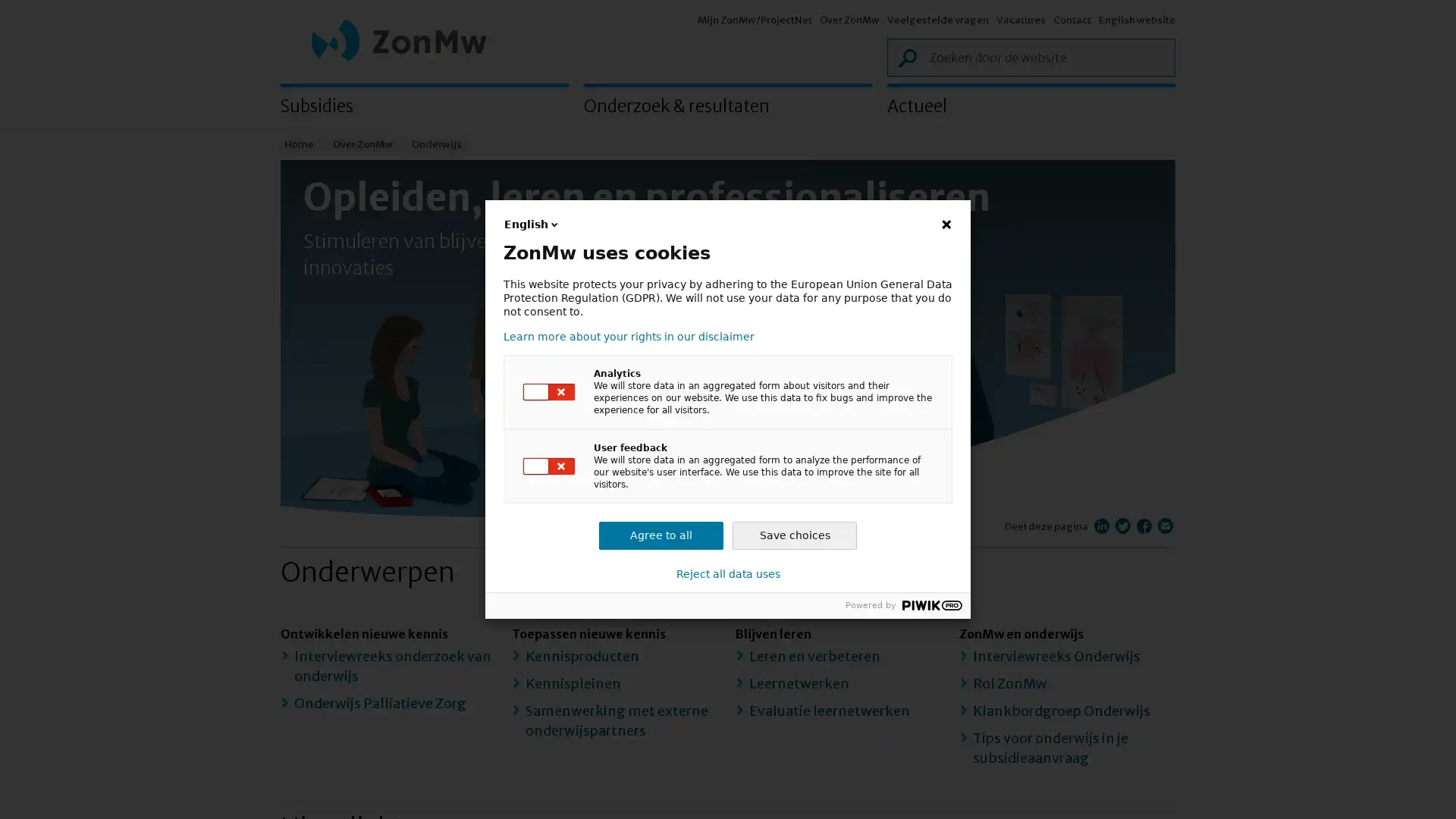 The width and height of the screenshot is (1456, 819). I want to click on Agree to all, so click(661, 535).